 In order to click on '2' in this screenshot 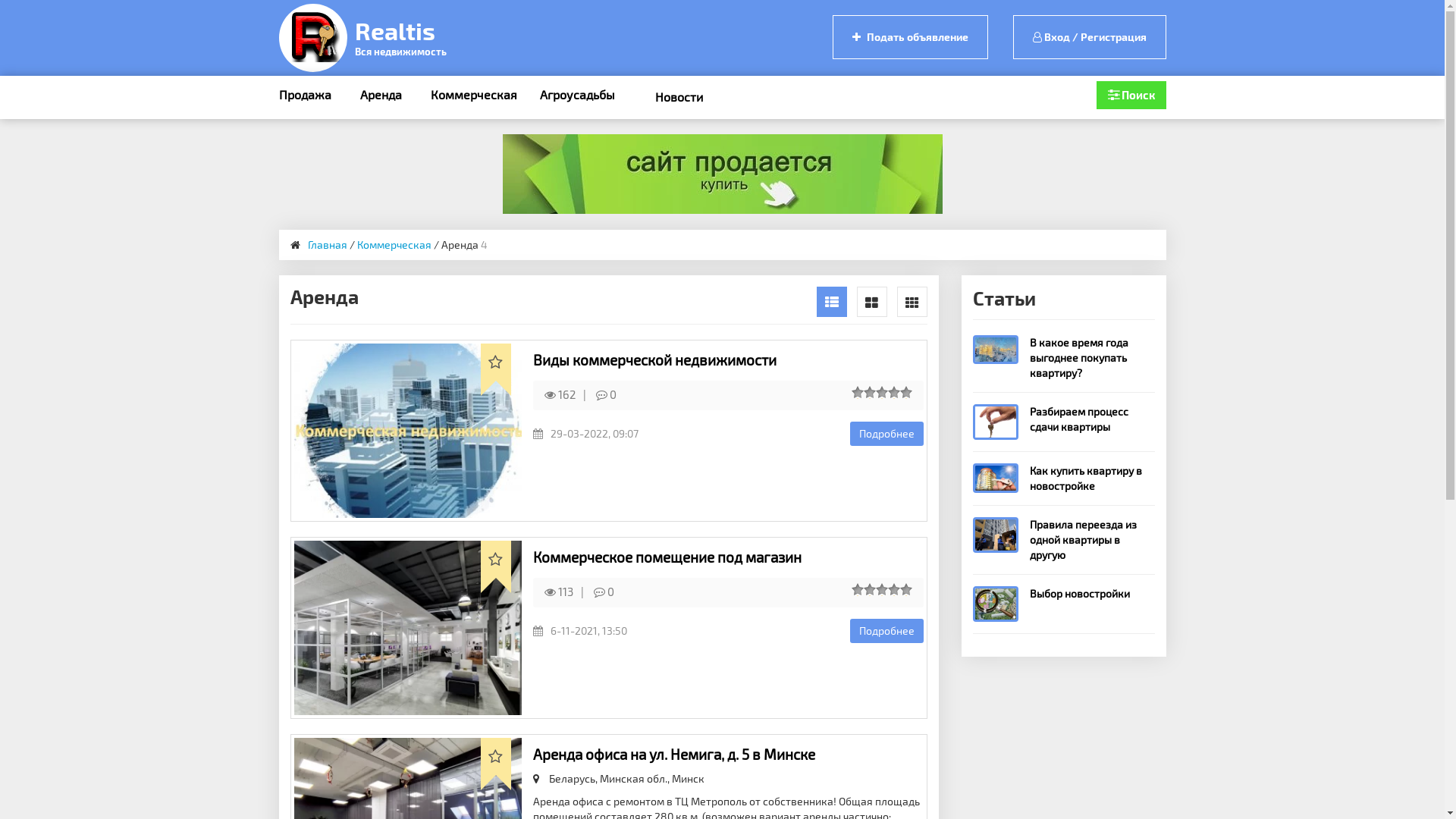, I will do `click(871, 391)`.